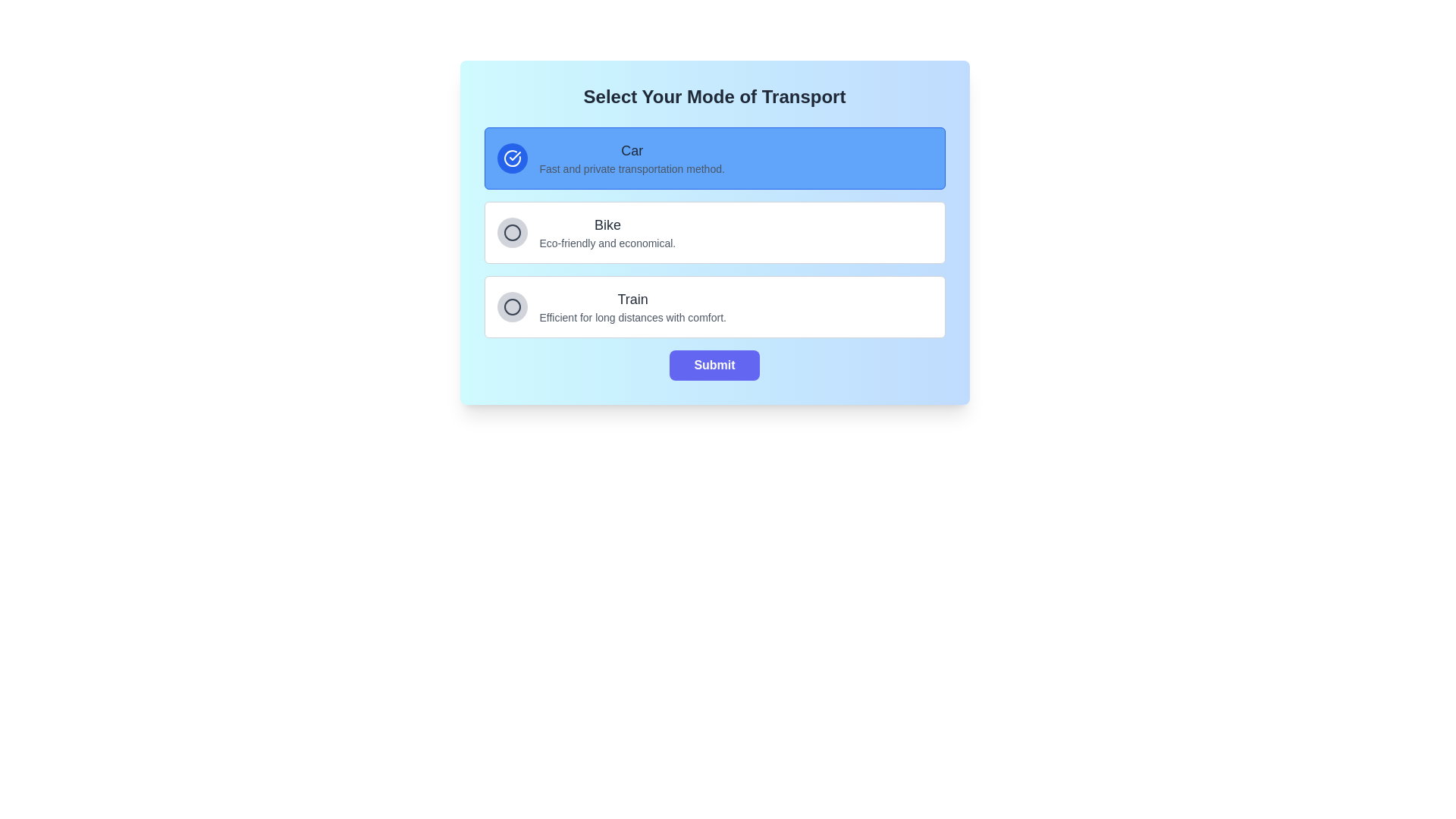 The width and height of the screenshot is (1456, 819). Describe the element at coordinates (632, 307) in the screenshot. I see `the text block displaying 'Train' and its description 'Efficient for long distances with comfort.' which is the third option in the vertical list of transport modes` at that location.